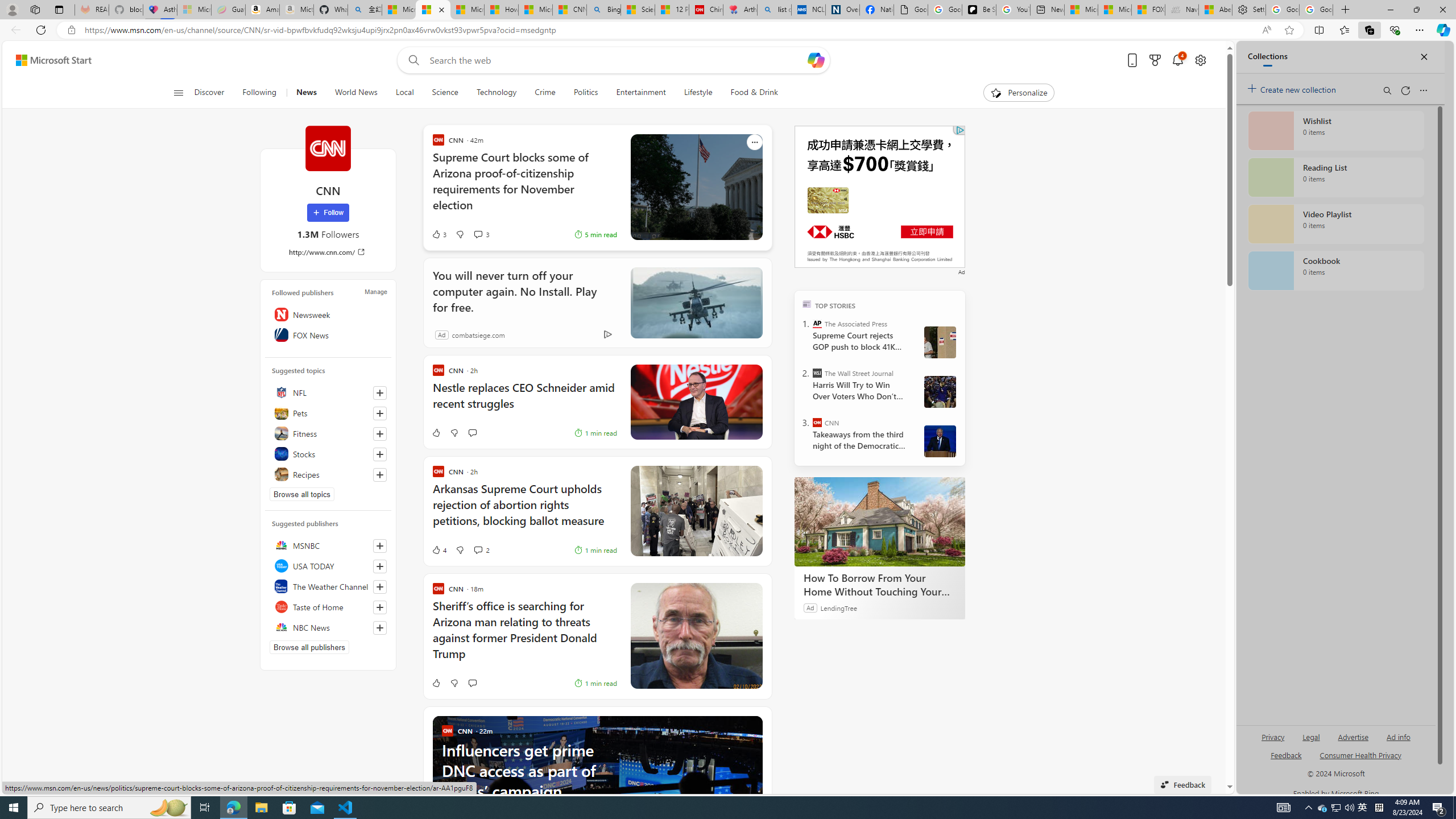  What do you see at coordinates (327, 566) in the screenshot?
I see `'USA TODAY'` at bounding box center [327, 566].